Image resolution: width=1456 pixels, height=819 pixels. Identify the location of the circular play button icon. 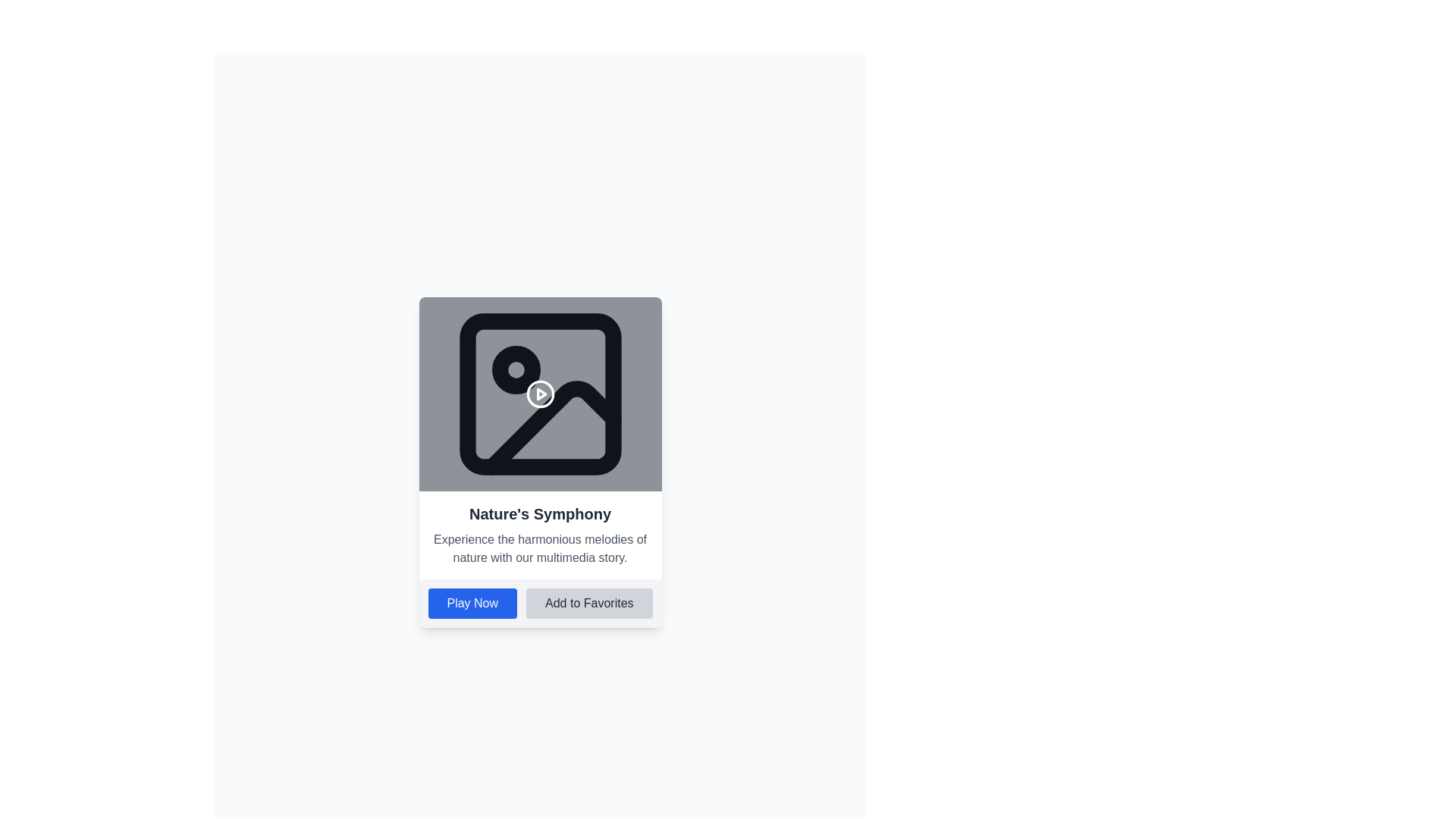
(540, 394).